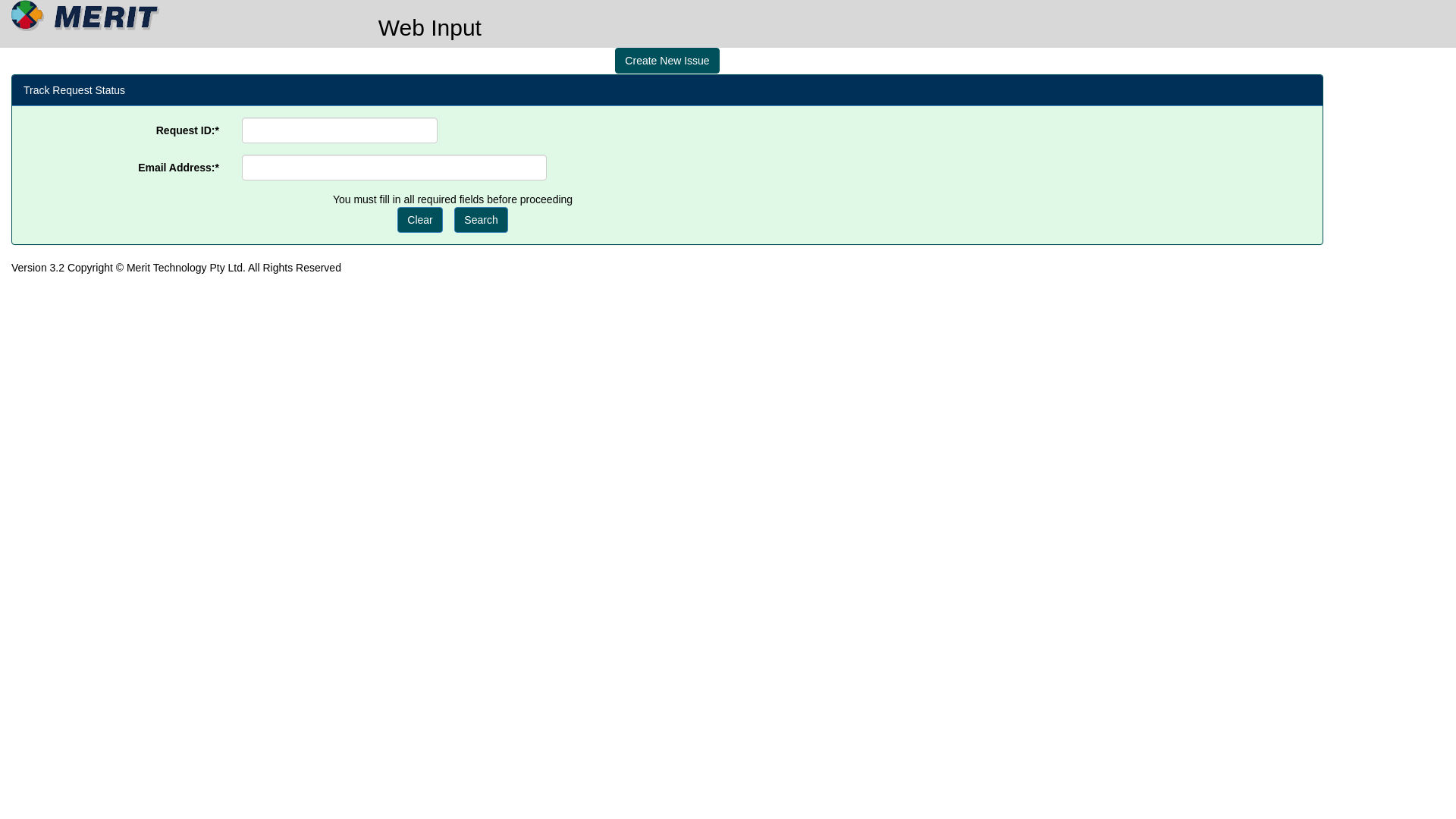 This screenshot has width=1456, height=819. I want to click on 'Create New Issue', so click(615, 60).